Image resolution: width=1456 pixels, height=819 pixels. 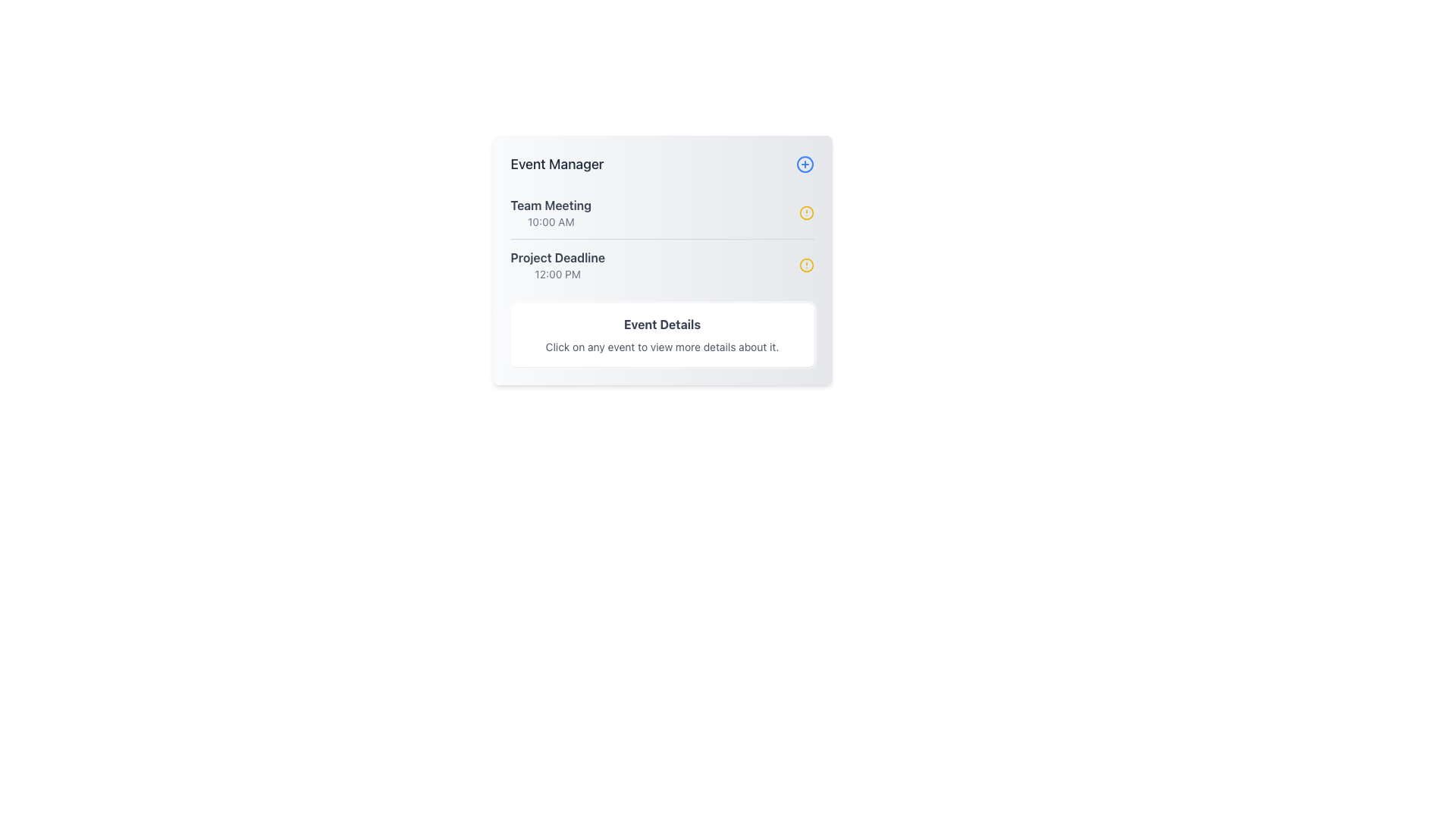 I want to click on the line of text that reads 'Click on any event, so click(x=662, y=347).